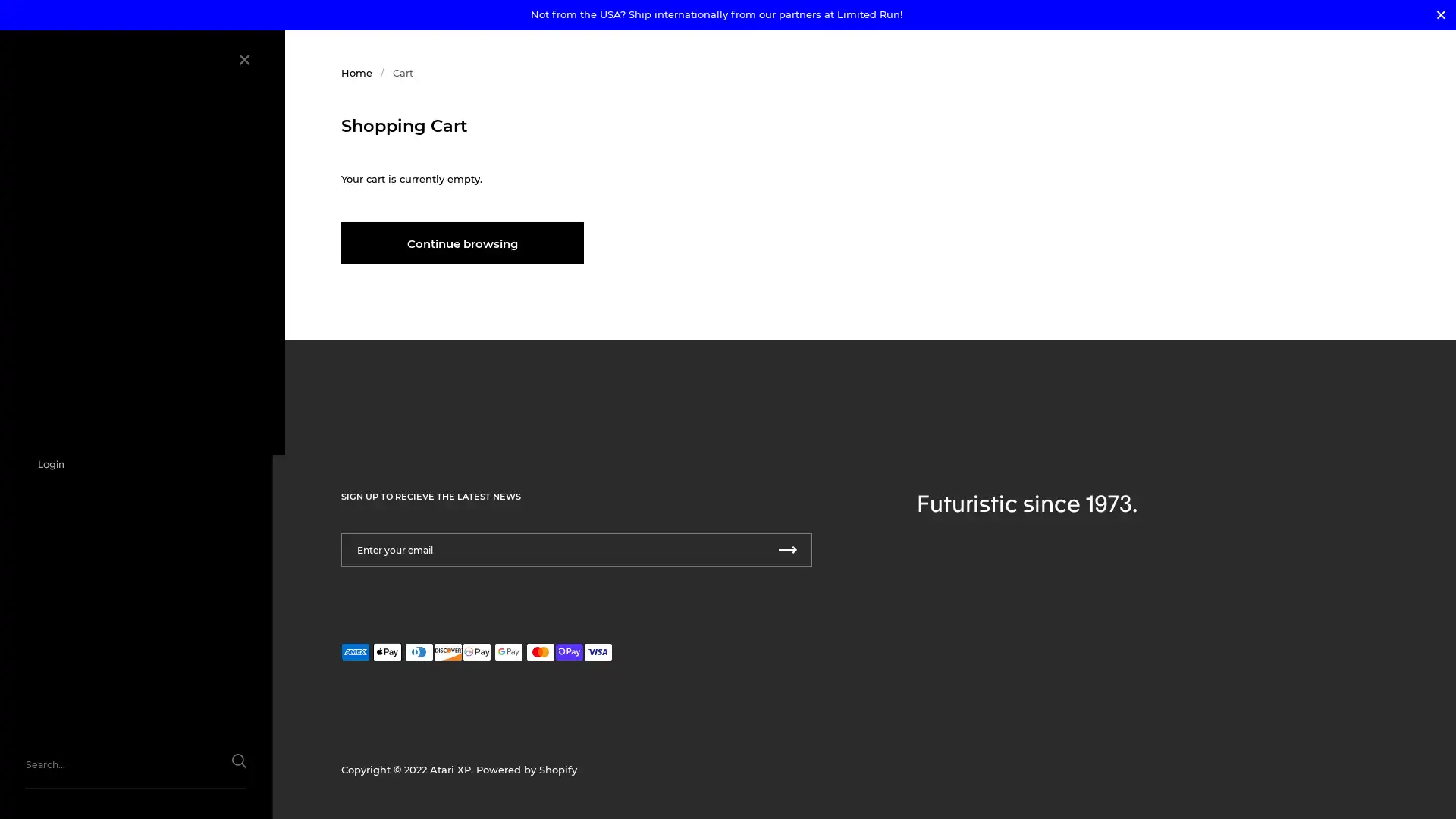  Describe the element at coordinates (225, 768) in the screenshot. I see `Submit` at that location.